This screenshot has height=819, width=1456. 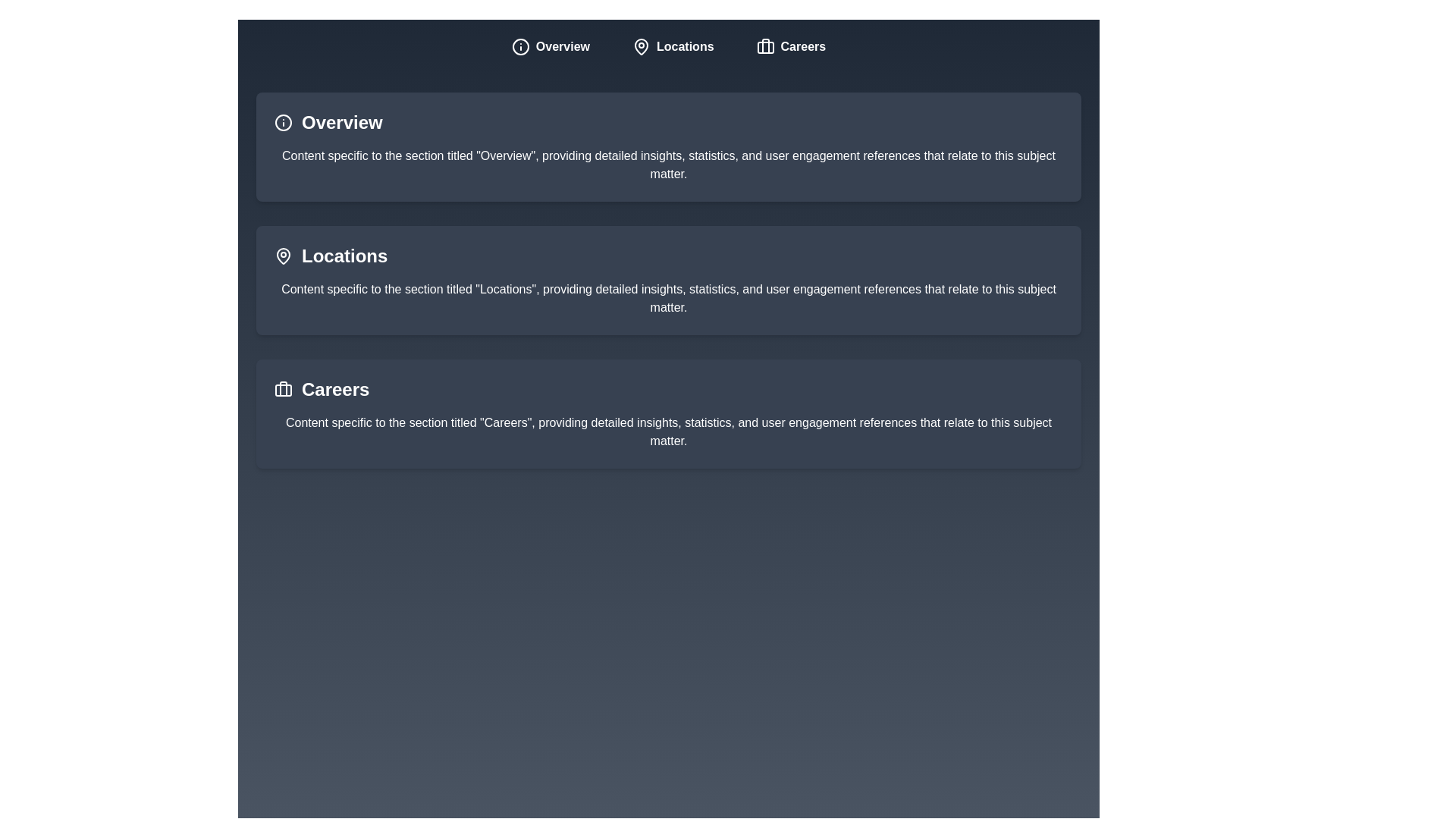 I want to click on the map pin icon located in the header navigation bar, positioned to the left of the 'Locations' text, so click(x=641, y=45).